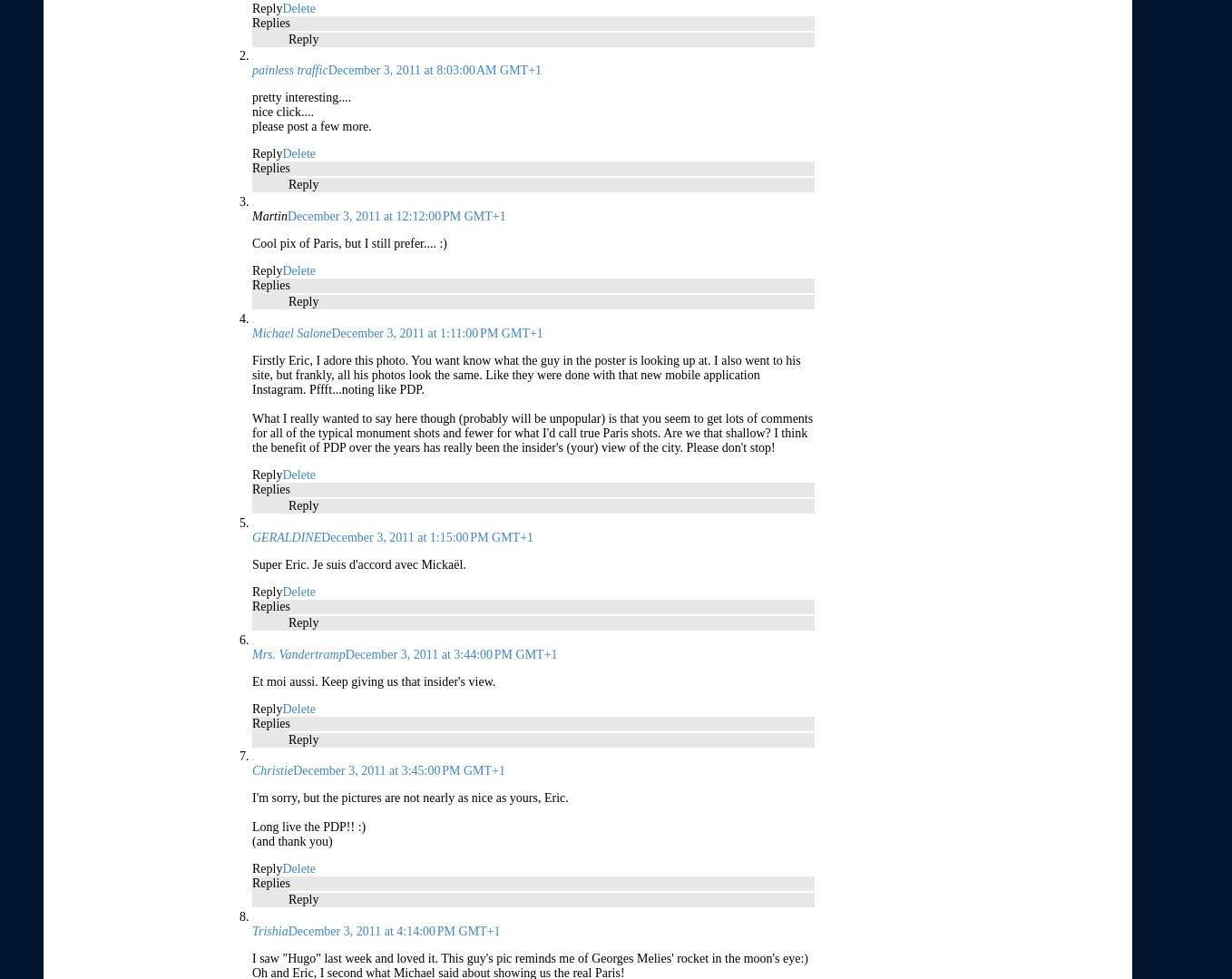 The height and width of the screenshot is (979, 1232). Describe the element at coordinates (357, 563) in the screenshot. I see `'Super Eric. Je suis d'accord avec Mickaël.'` at that location.